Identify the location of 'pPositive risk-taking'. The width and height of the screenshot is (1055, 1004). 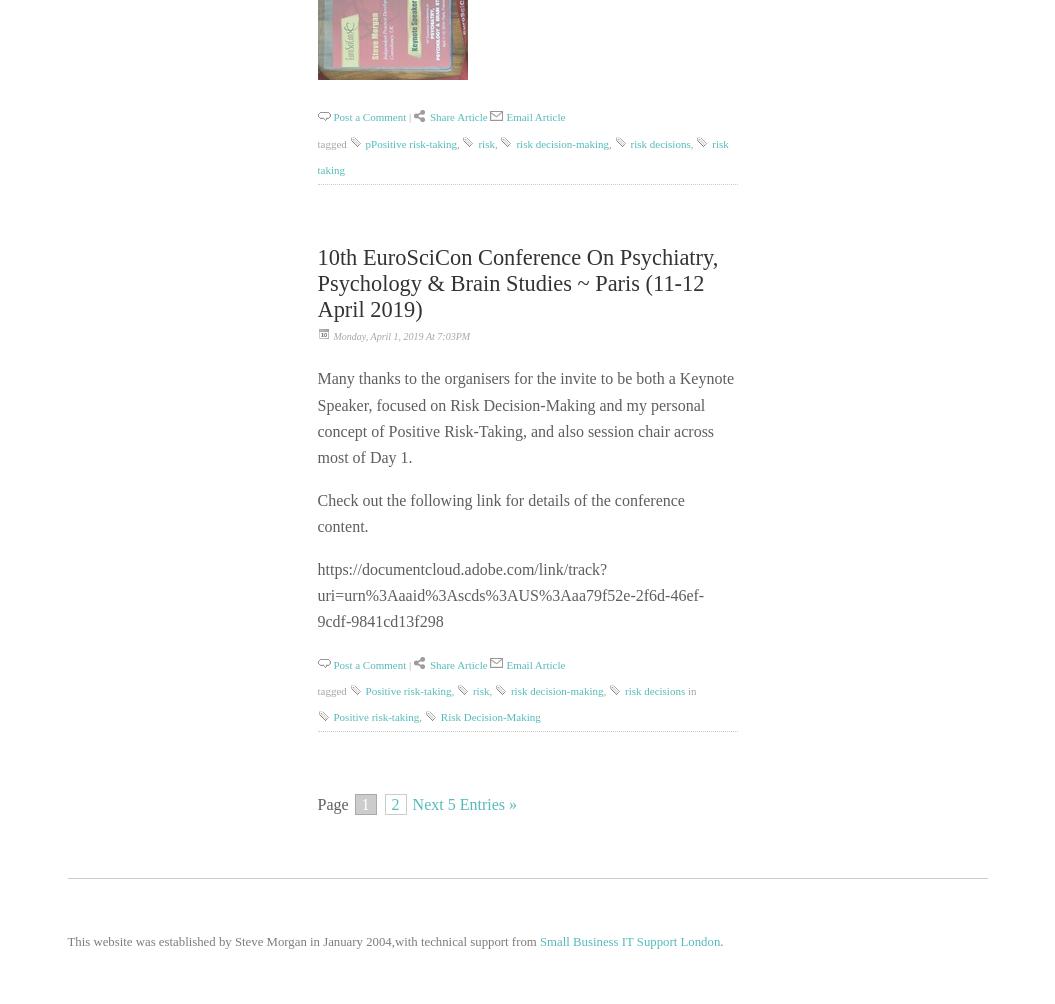
(410, 141).